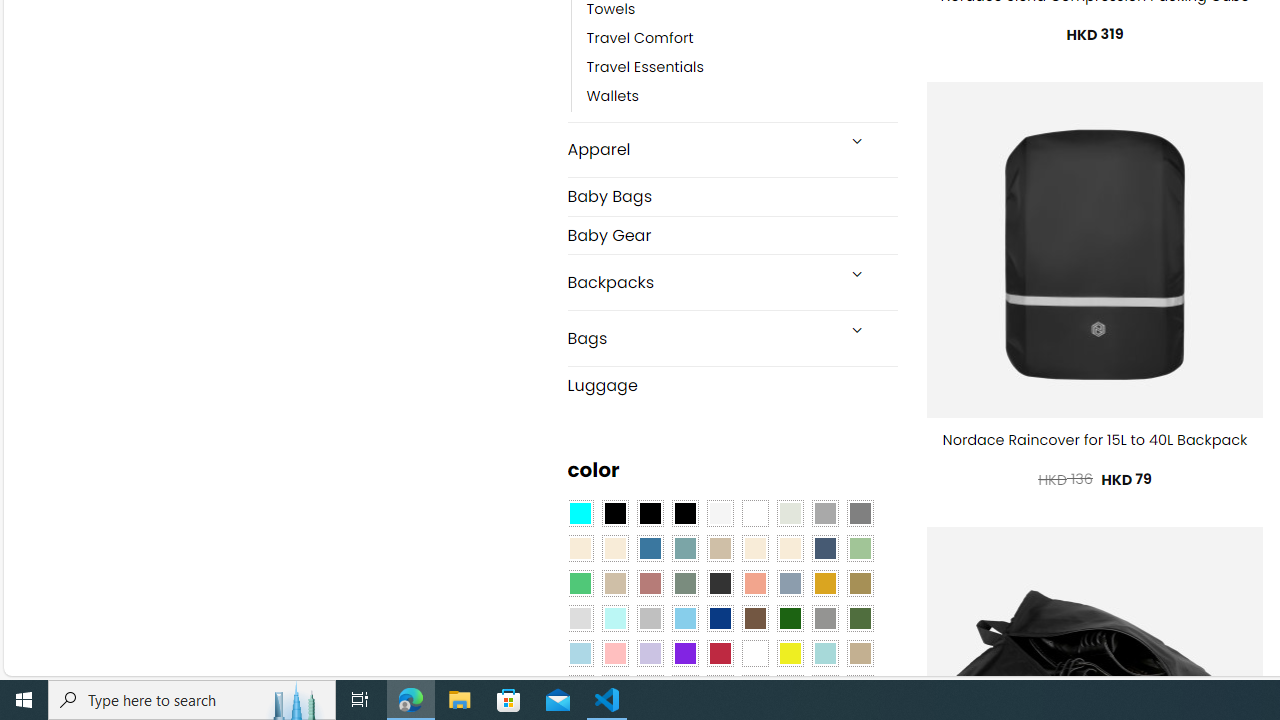 Image resolution: width=1280 pixels, height=720 pixels. What do you see at coordinates (824, 513) in the screenshot?
I see `'Dark Gray'` at bounding box center [824, 513].